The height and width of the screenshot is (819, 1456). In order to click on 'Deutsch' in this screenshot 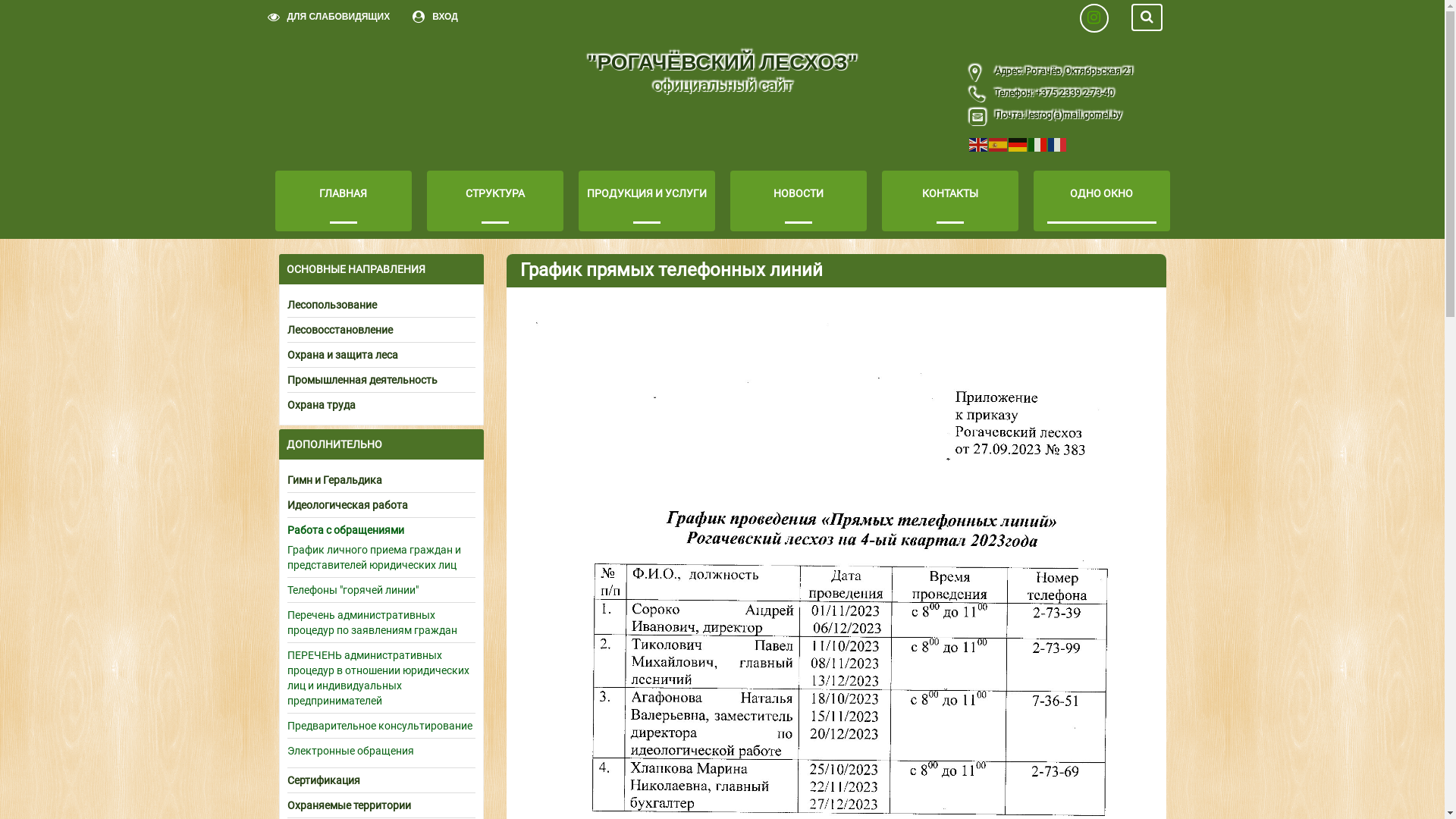, I will do `click(1018, 143)`.